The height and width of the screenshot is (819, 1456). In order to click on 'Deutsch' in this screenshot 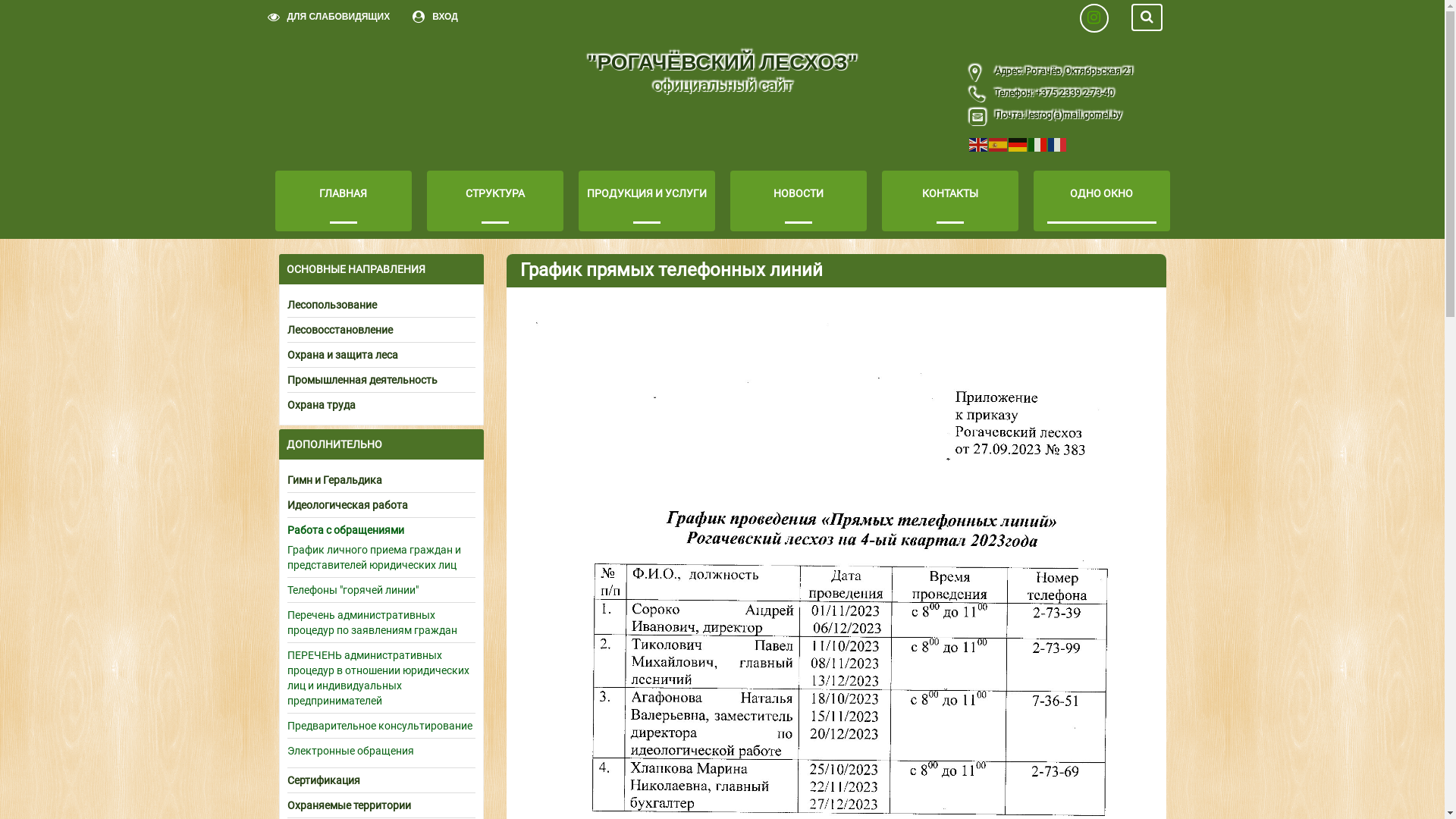, I will do `click(1018, 143)`.